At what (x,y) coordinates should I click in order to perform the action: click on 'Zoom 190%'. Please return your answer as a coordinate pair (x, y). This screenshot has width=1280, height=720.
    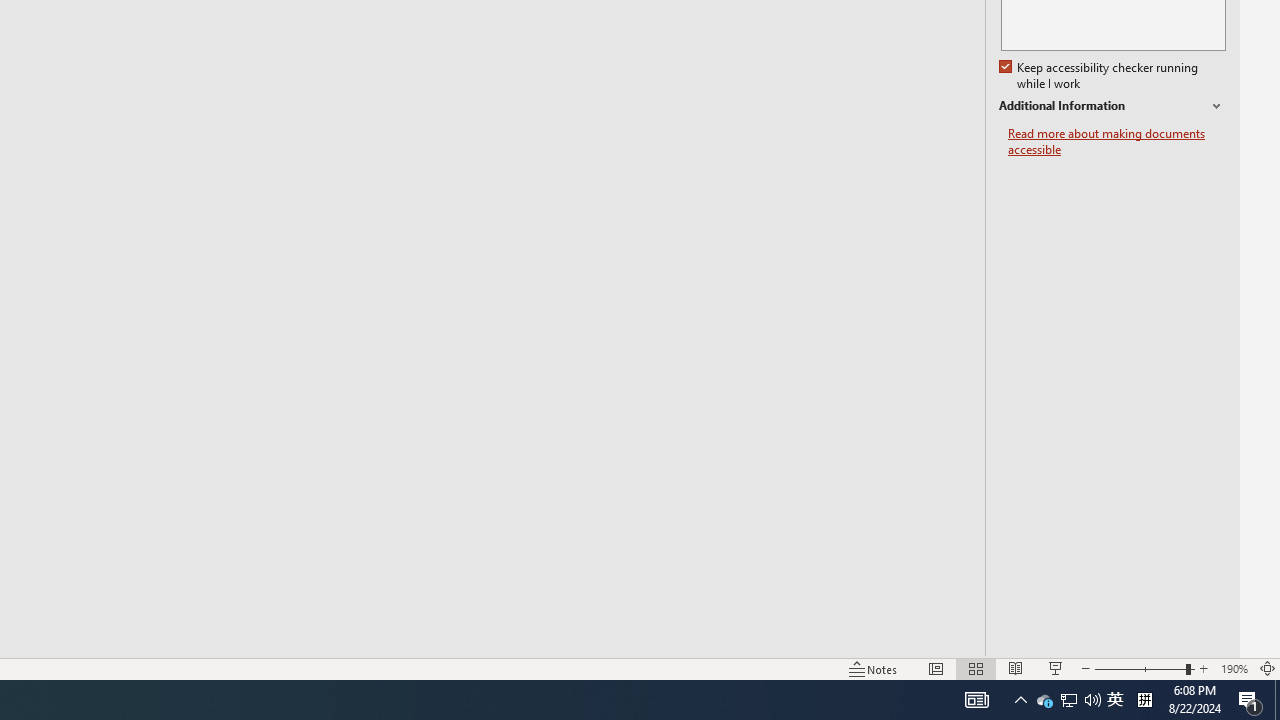
    Looking at the image, I should click on (1233, 669).